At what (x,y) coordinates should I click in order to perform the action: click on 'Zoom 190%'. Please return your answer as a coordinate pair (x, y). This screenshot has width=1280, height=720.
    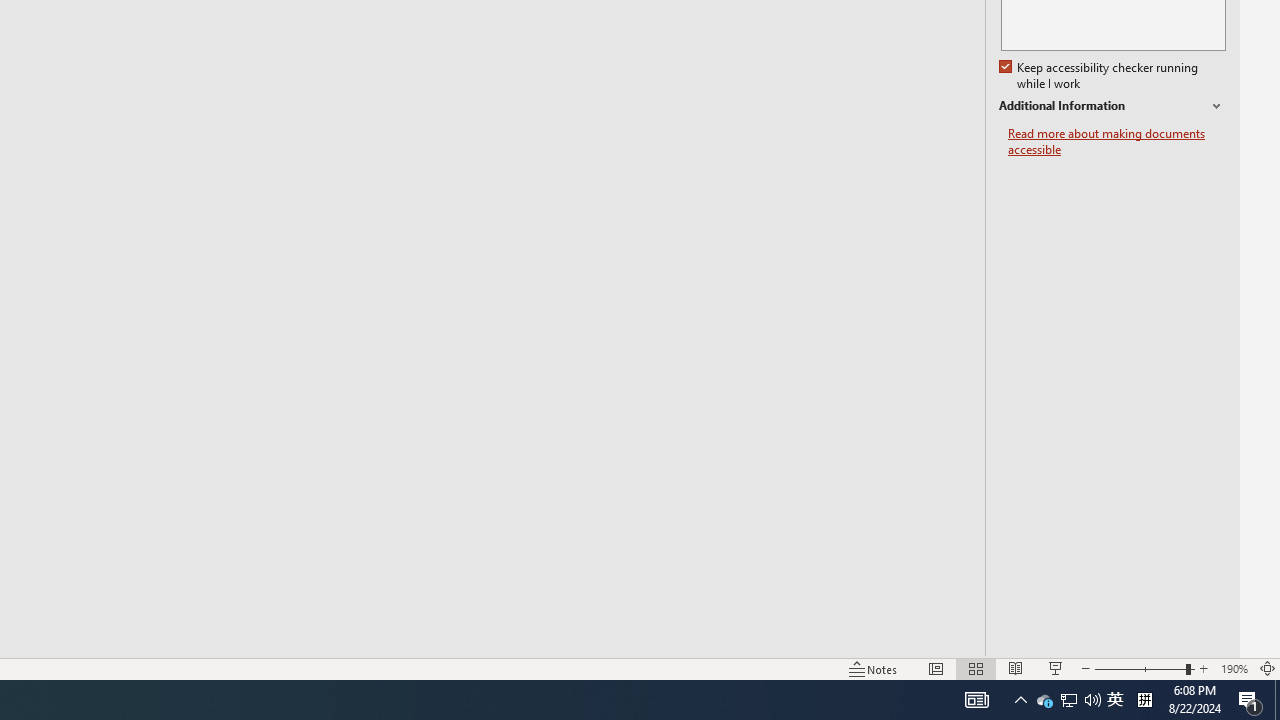
    Looking at the image, I should click on (1233, 669).